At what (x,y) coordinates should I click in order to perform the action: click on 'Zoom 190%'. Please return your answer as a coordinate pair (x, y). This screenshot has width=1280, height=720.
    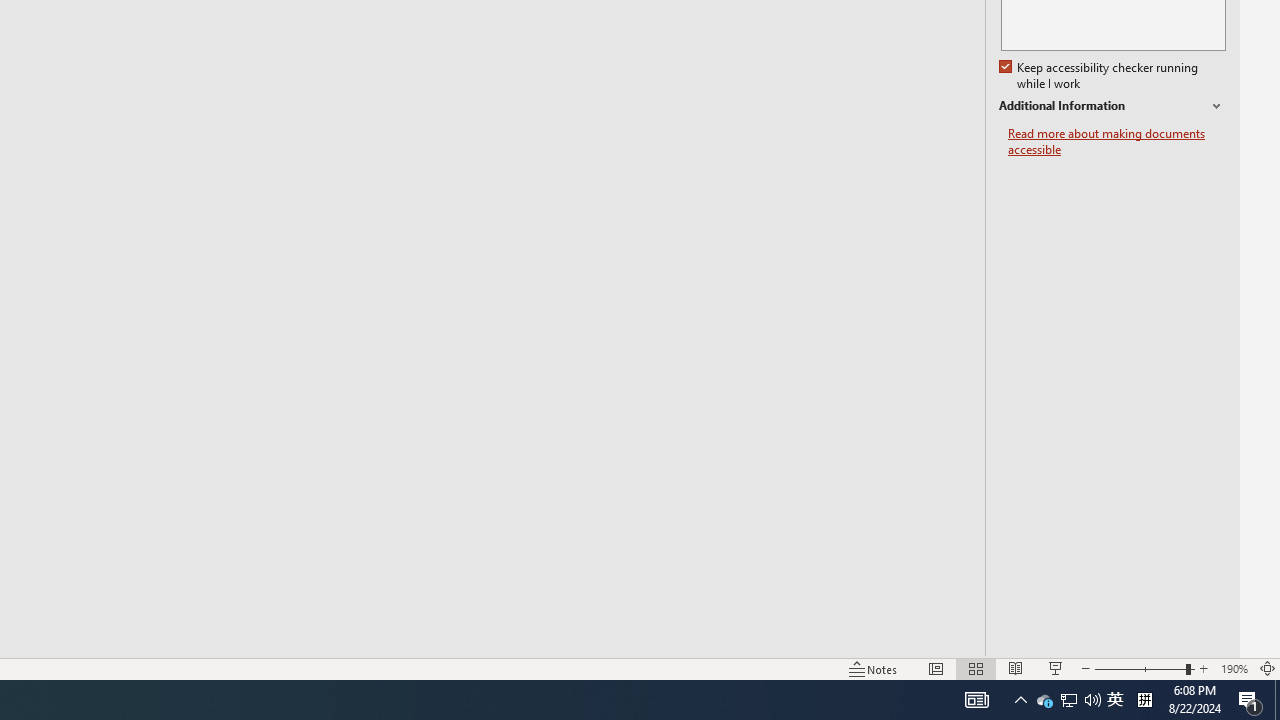
    Looking at the image, I should click on (1233, 669).